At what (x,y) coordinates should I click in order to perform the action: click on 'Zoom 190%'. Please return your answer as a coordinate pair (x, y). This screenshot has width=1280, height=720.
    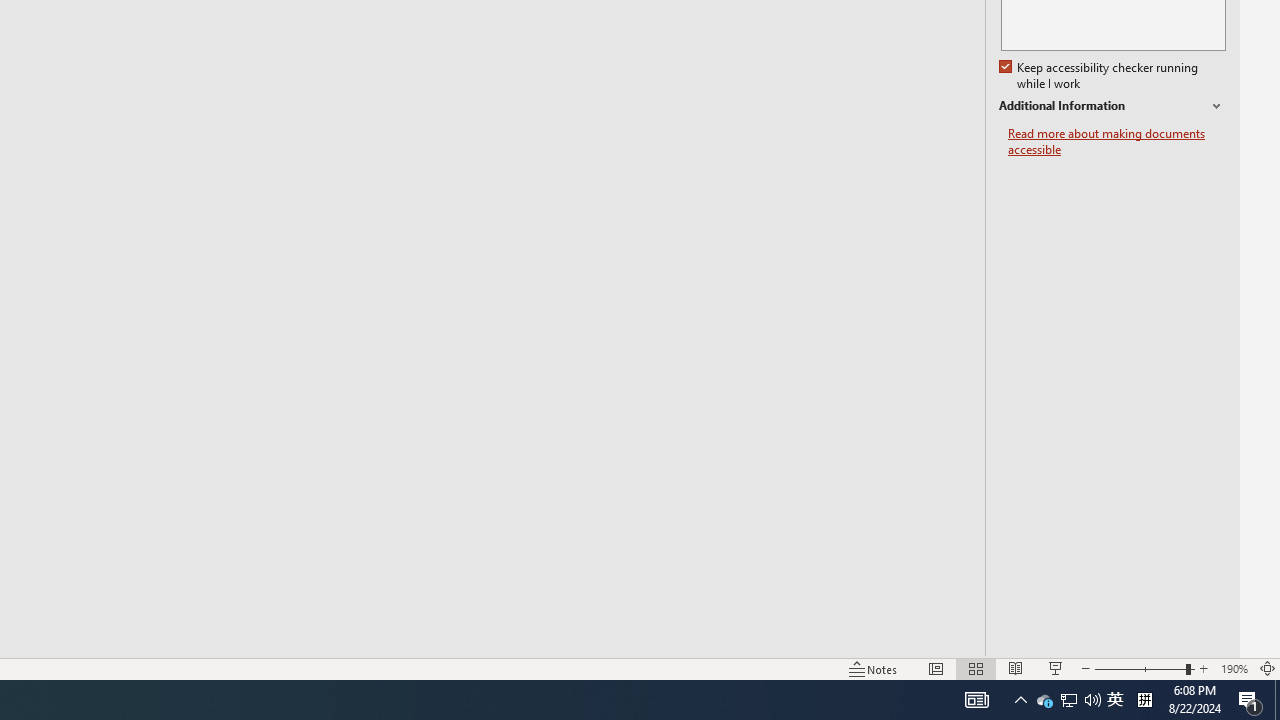
    Looking at the image, I should click on (1233, 669).